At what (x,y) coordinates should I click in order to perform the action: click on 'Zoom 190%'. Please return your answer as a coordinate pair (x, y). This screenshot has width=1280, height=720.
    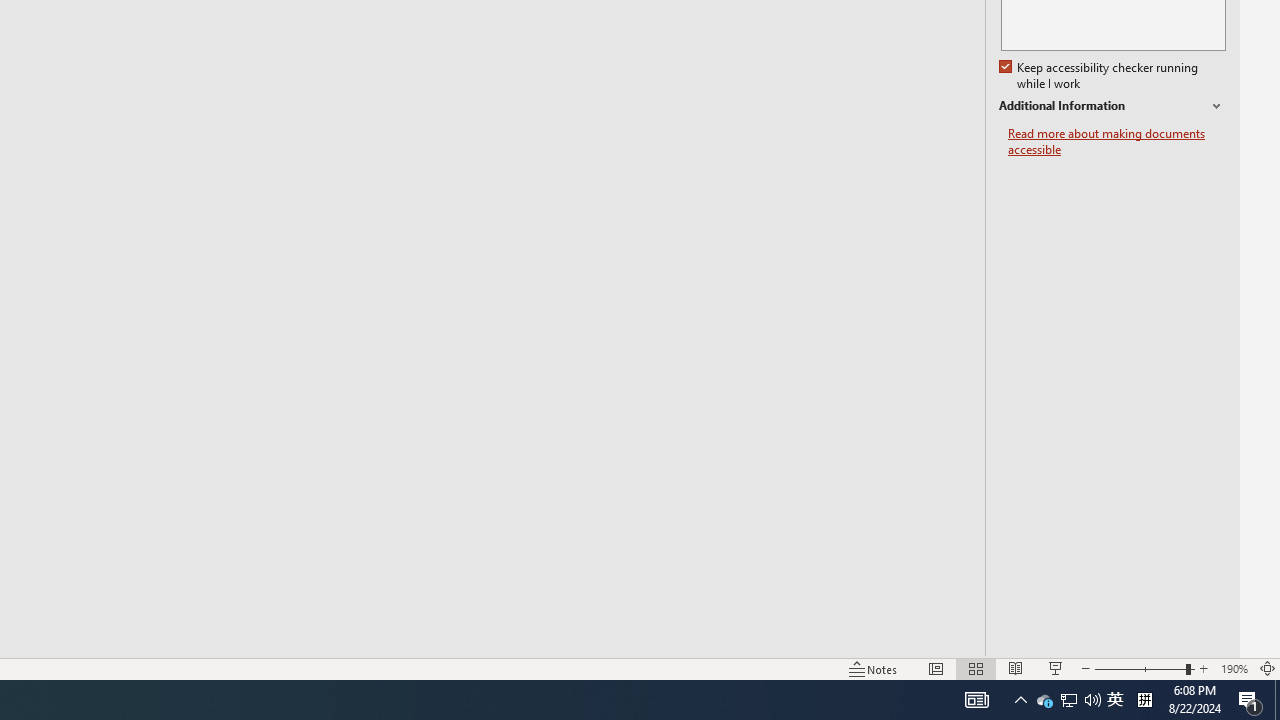
    Looking at the image, I should click on (1233, 669).